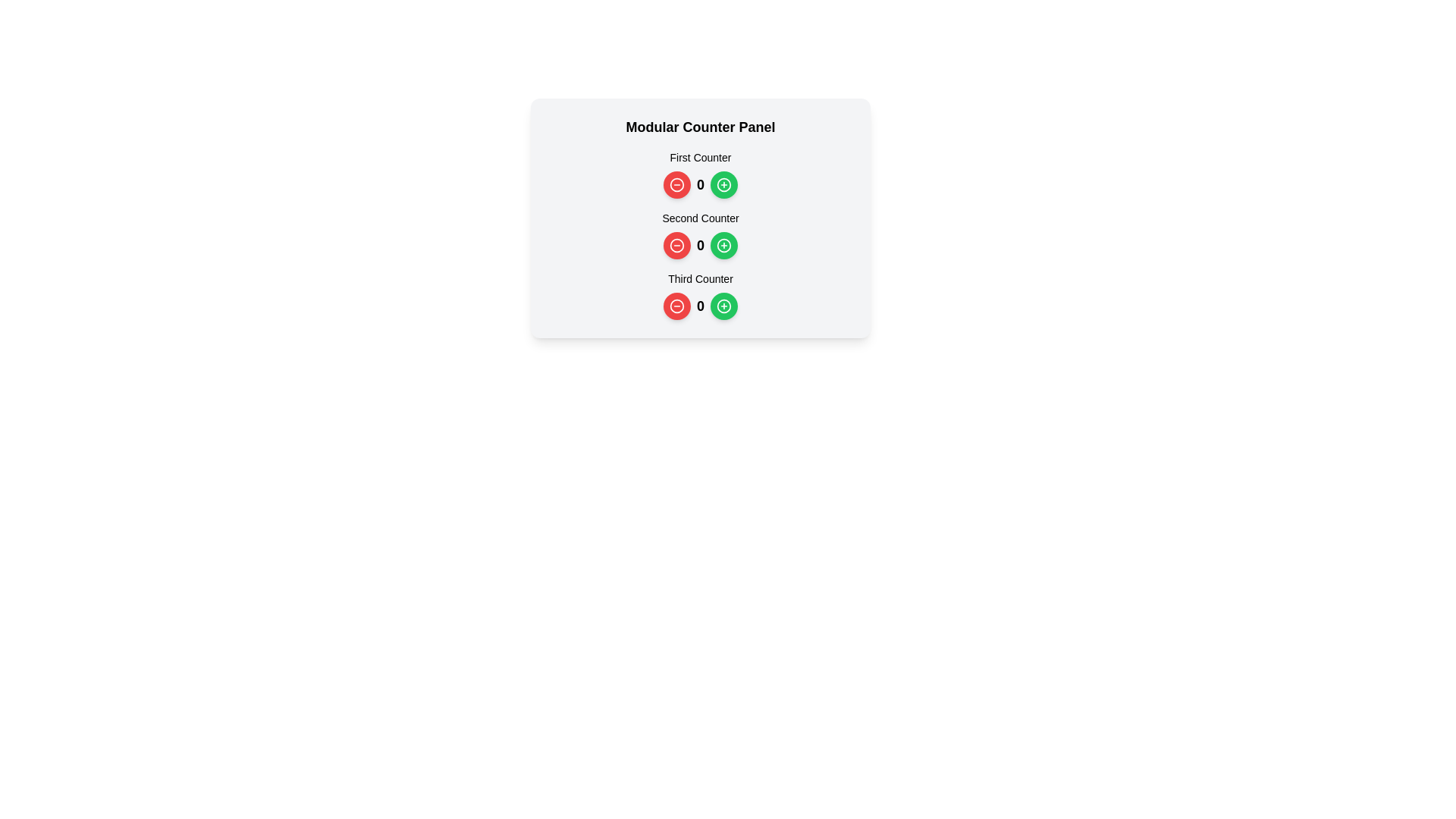 The image size is (1456, 819). I want to click on the centered numeral '0' in bold font located between the red minus button and the green plus button in the 'Second Counter' row, so click(700, 245).